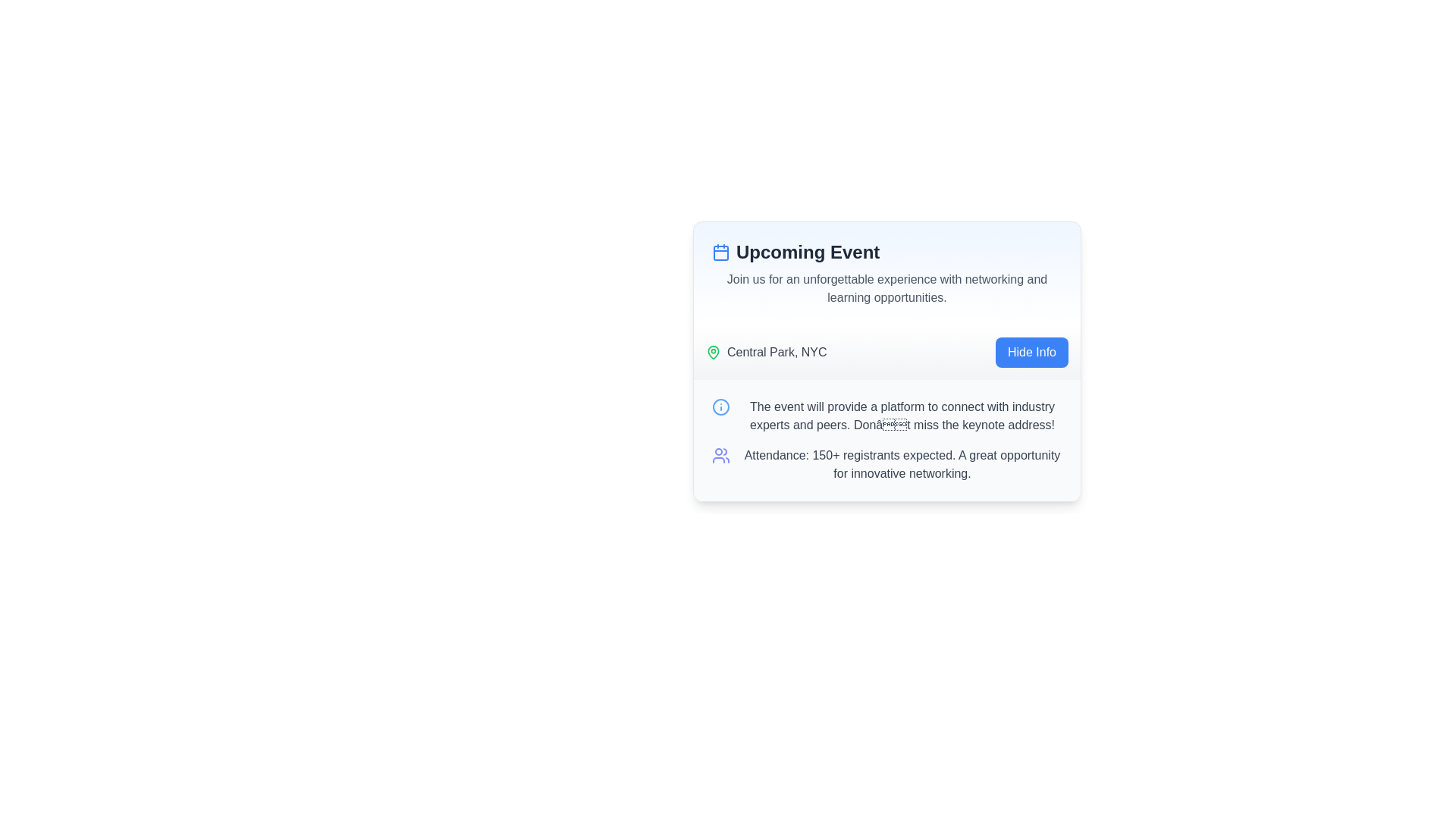 The image size is (1456, 819). What do you see at coordinates (1031, 353) in the screenshot?
I see `the rectangular button with rounded corners and blue background labeled 'Hide Info'` at bounding box center [1031, 353].